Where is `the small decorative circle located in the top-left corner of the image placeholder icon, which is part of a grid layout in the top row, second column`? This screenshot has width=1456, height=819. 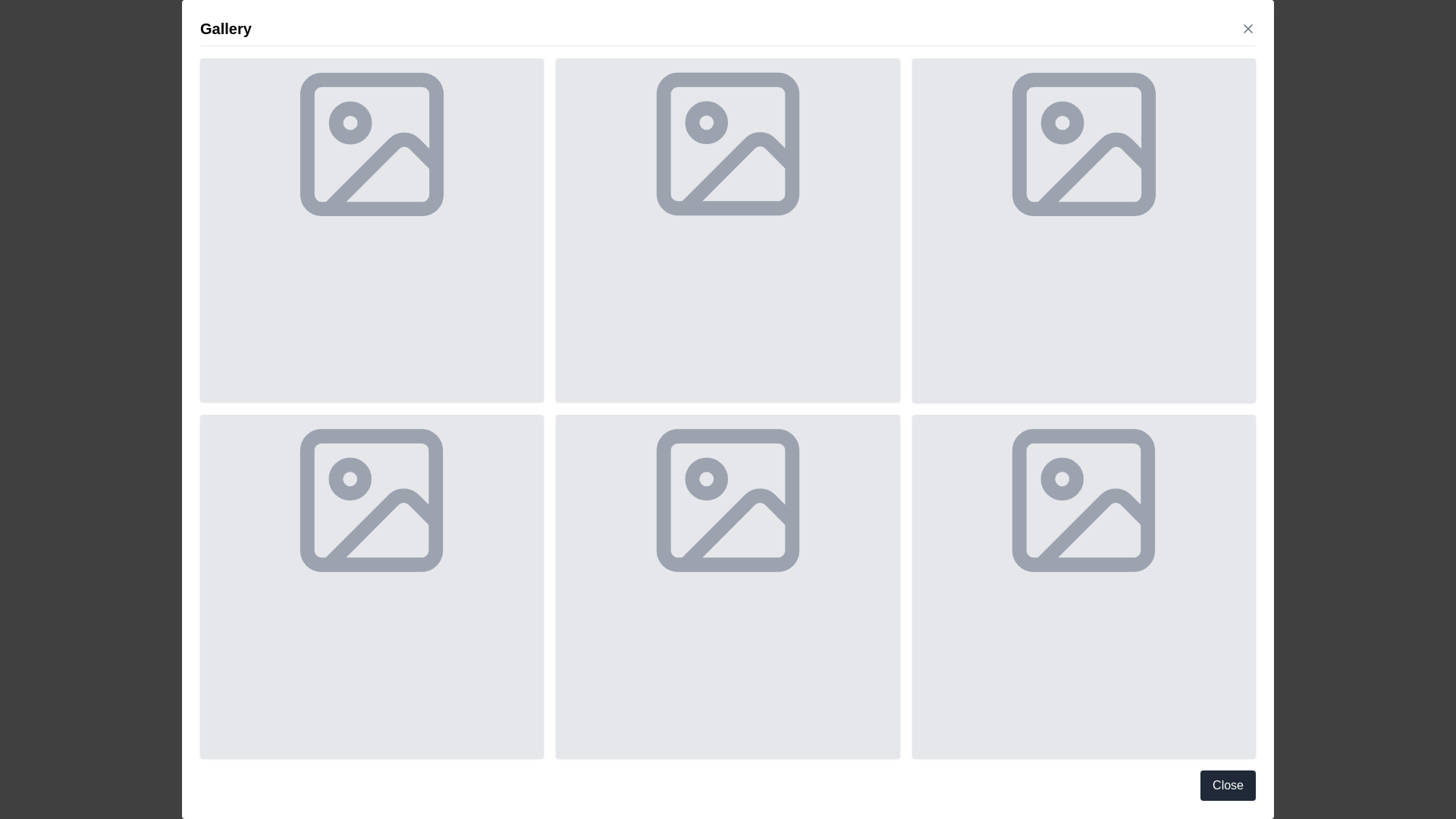
the small decorative circle located in the top-left corner of the image placeholder icon, which is part of a grid layout in the top row, second column is located at coordinates (705, 122).